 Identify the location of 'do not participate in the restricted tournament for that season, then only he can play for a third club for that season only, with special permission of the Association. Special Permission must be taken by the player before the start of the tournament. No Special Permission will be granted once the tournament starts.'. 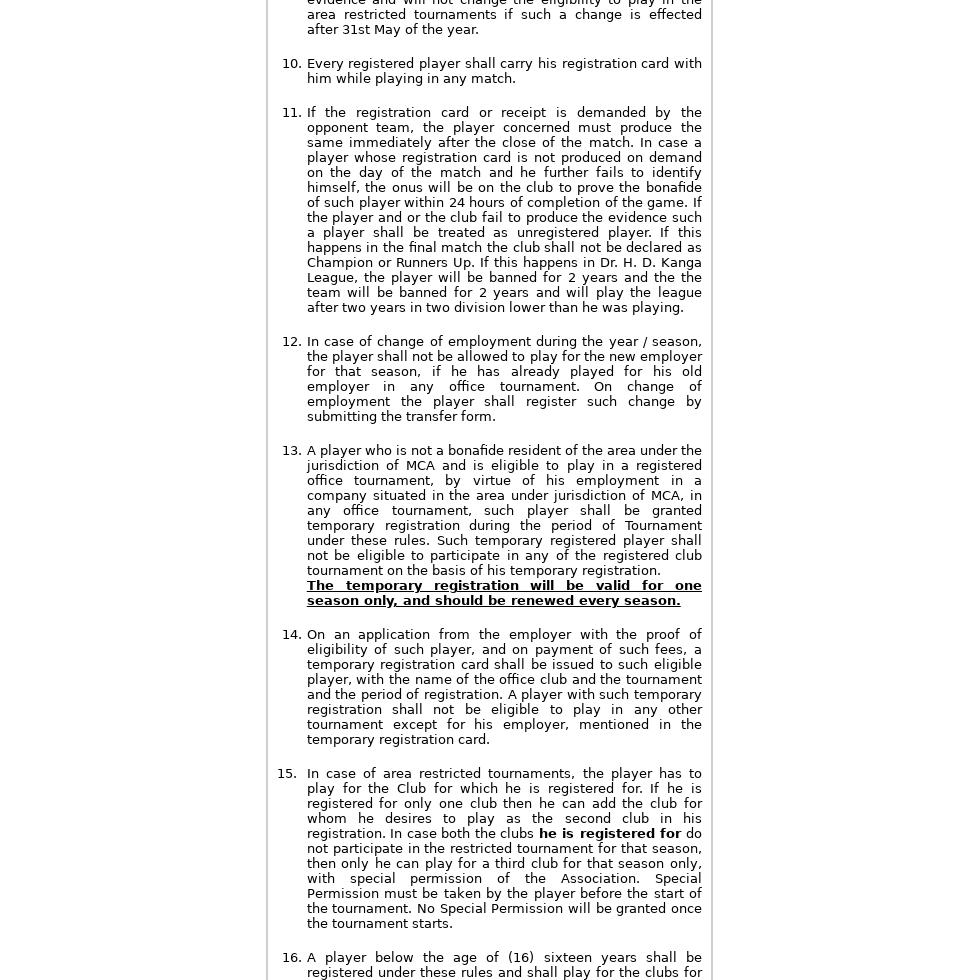
(503, 878).